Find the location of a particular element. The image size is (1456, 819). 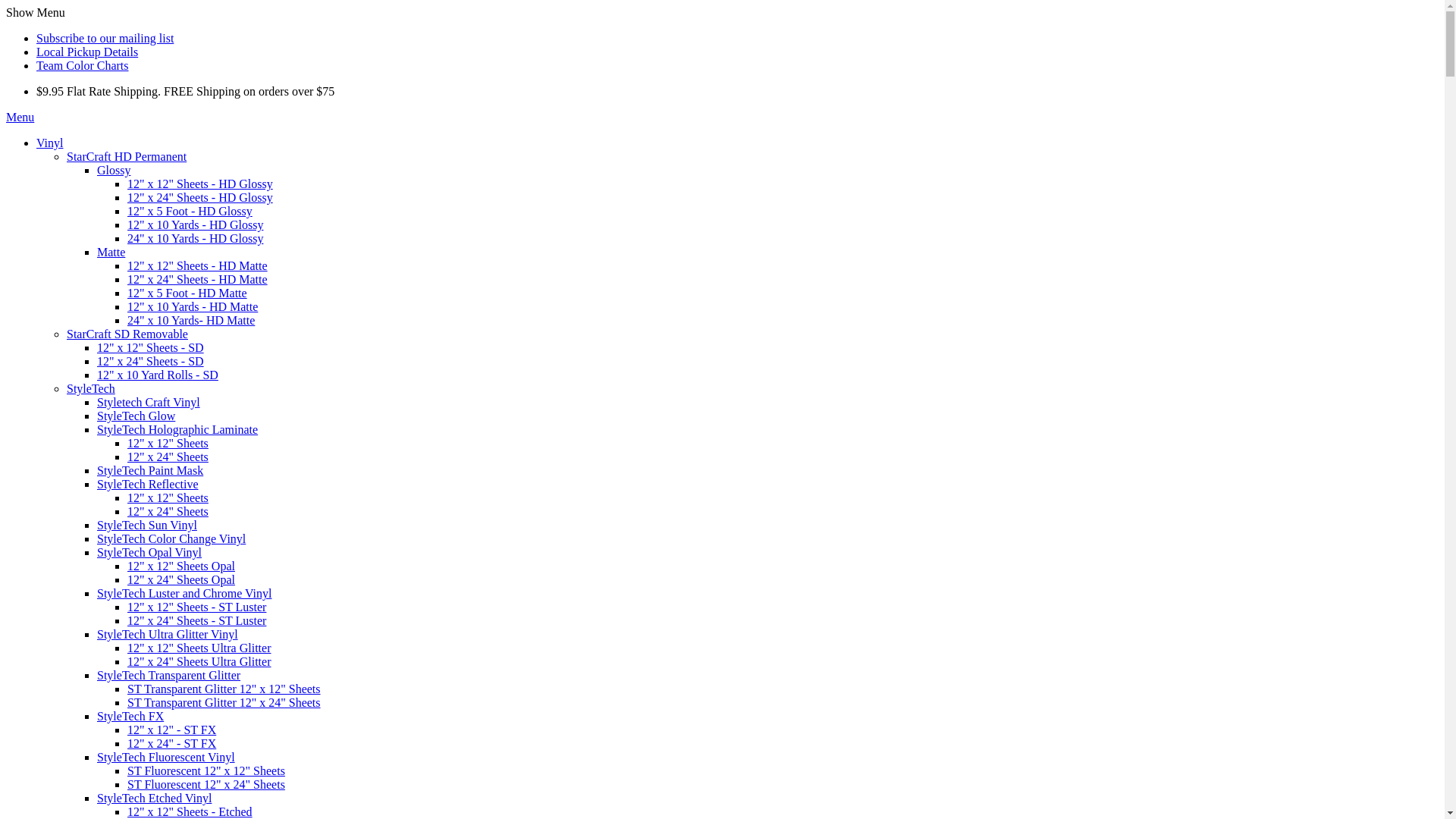

'StyleTech Transparent Glitter' is located at coordinates (168, 674).